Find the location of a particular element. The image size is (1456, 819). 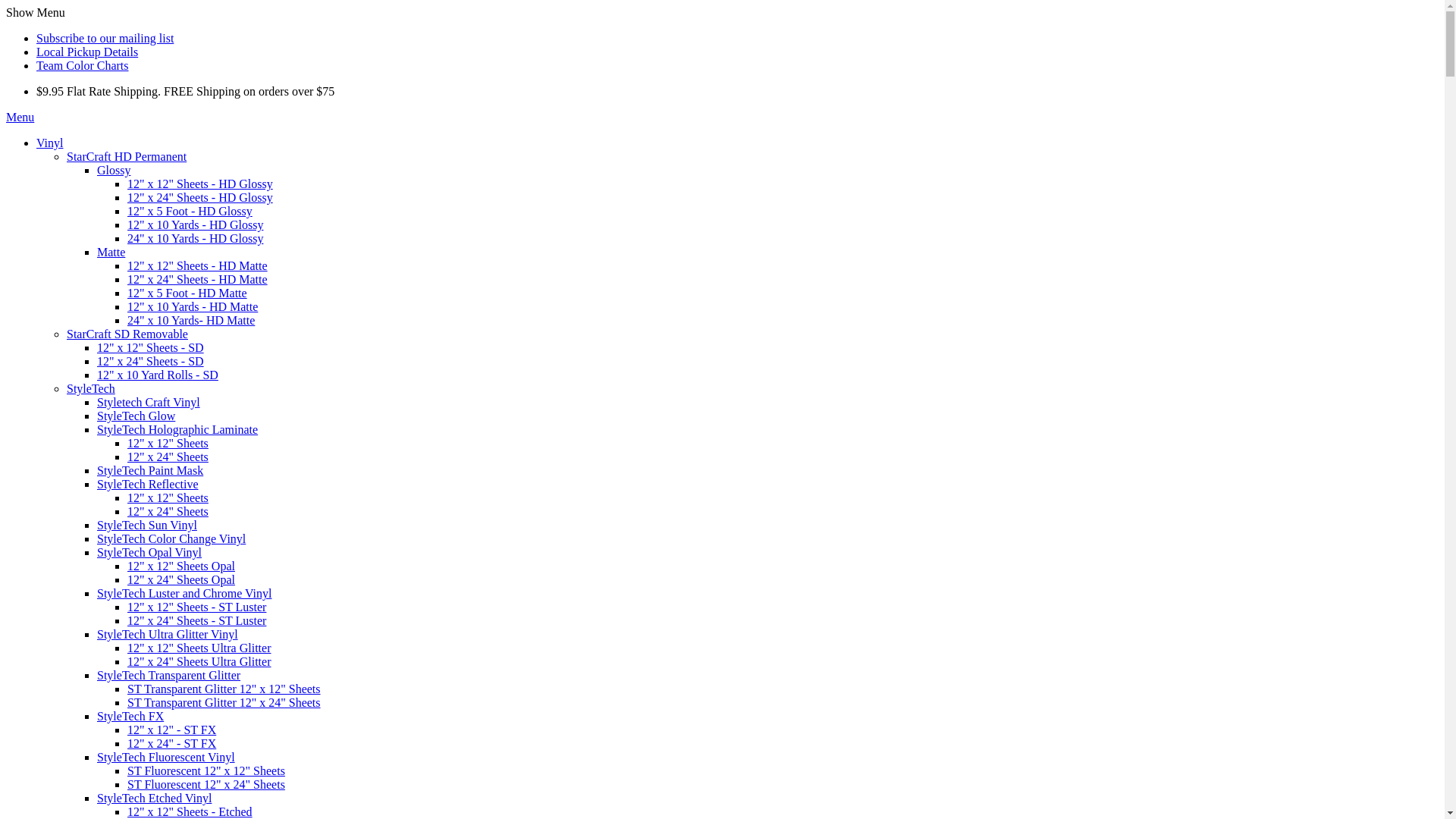

'StyleTech Transparent Glitter' is located at coordinates (168, 674).